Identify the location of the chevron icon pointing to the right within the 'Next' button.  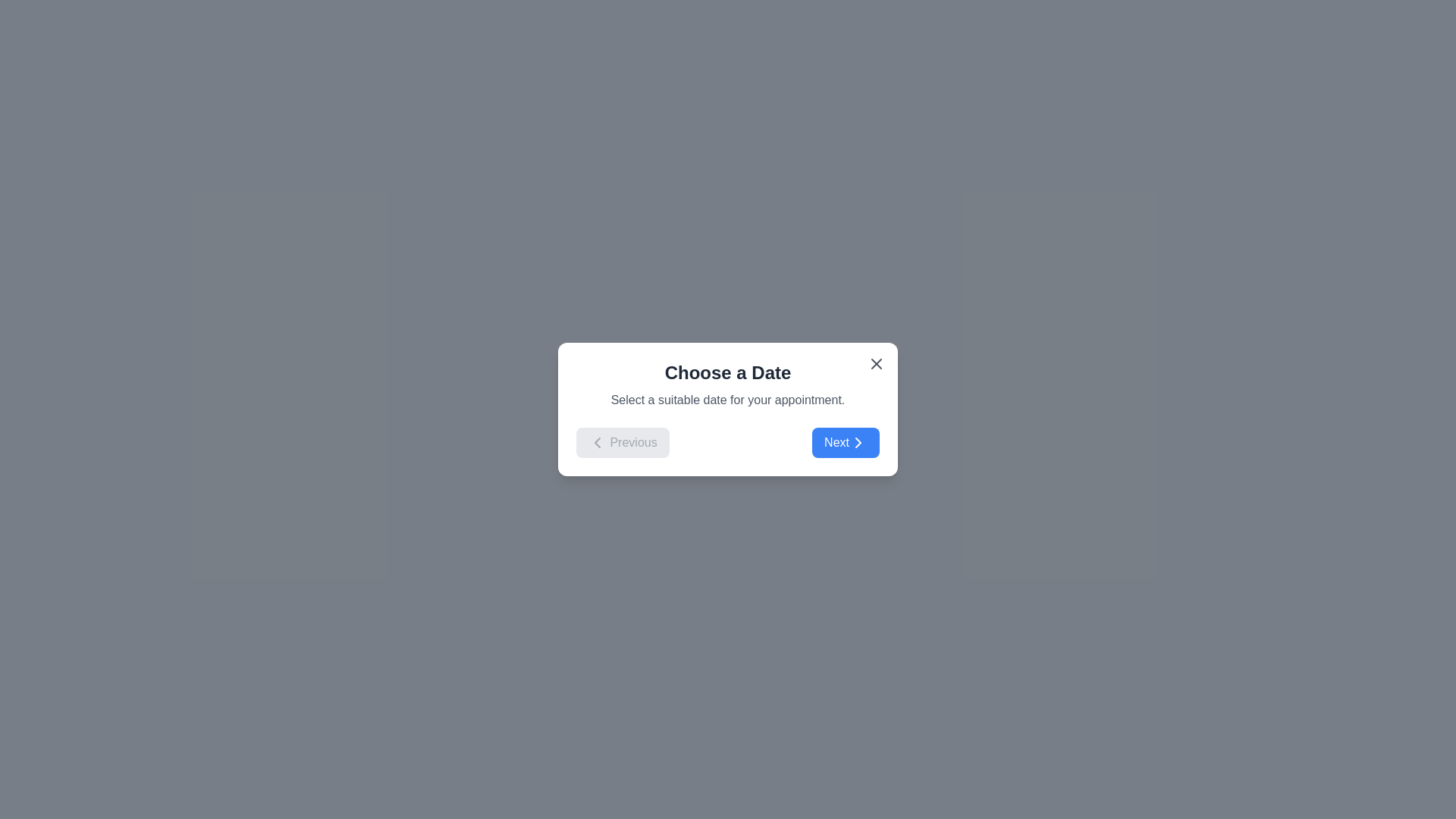
(858, 442).